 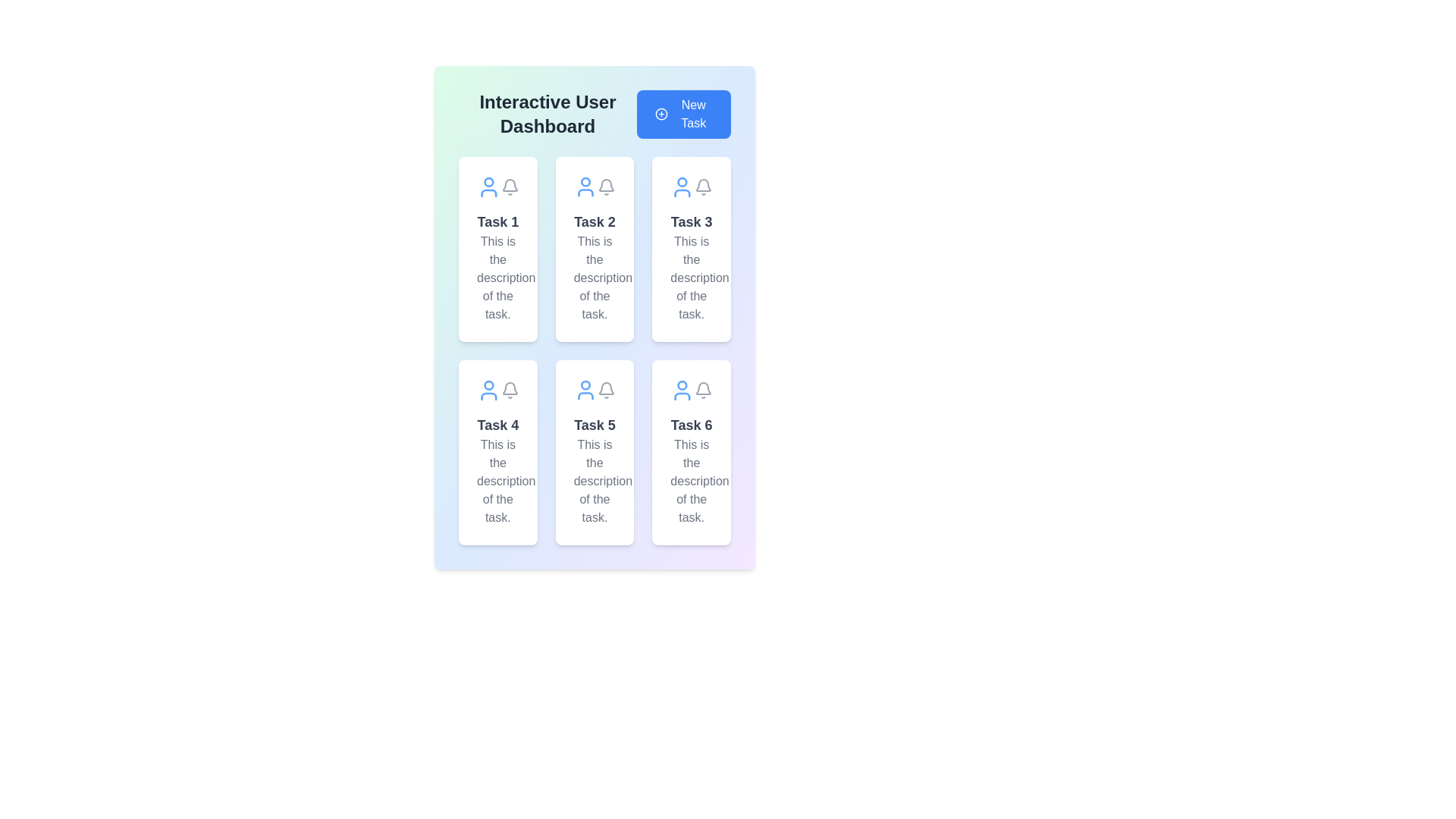 I want to click on the text label that serves as the title for the second task in the grid of task cards, located inside a white card with a blue icon and a gray notification bell icon, so click(x=594, y=222).